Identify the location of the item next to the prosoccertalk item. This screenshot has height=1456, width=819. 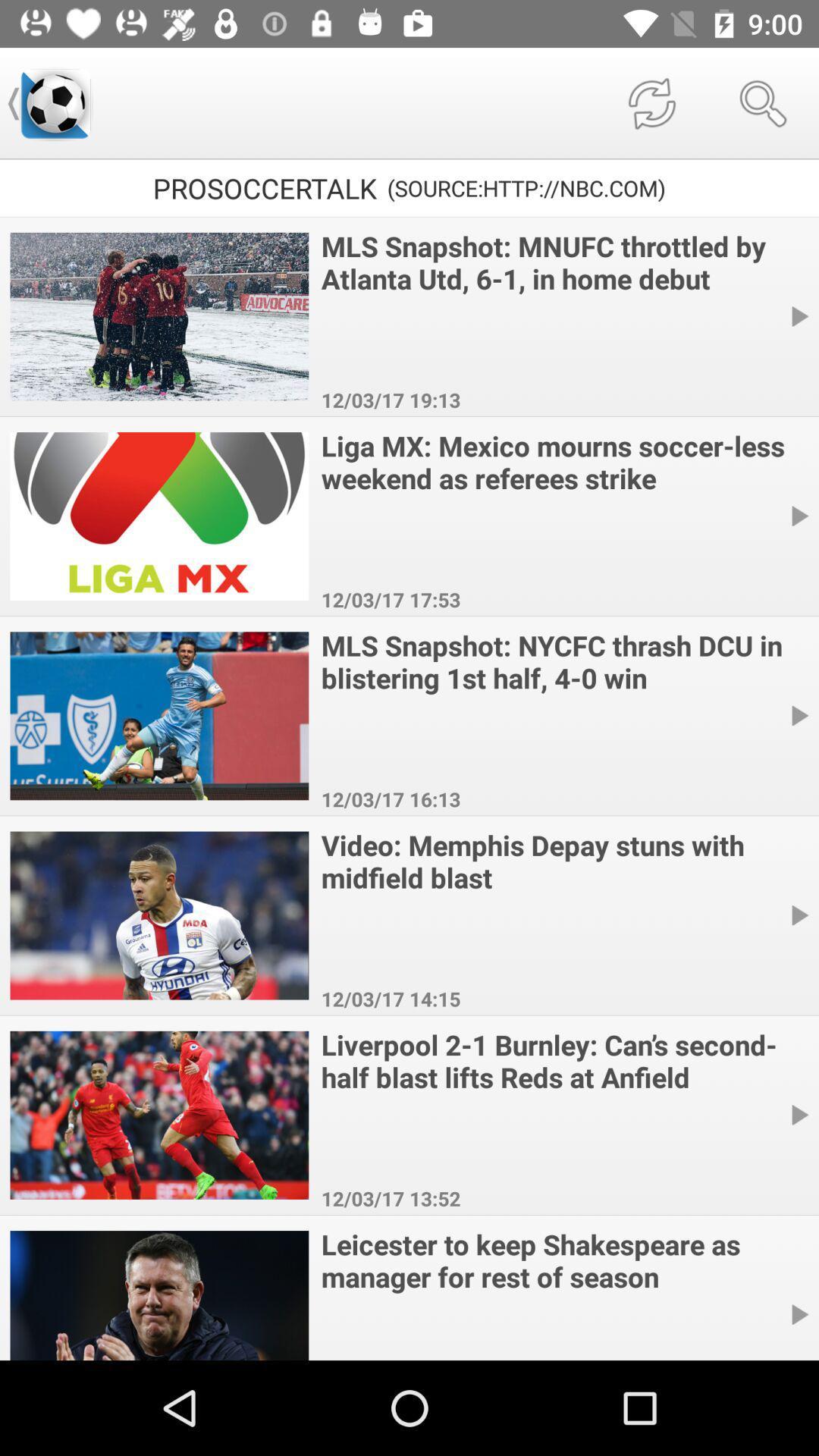
(55, 102).